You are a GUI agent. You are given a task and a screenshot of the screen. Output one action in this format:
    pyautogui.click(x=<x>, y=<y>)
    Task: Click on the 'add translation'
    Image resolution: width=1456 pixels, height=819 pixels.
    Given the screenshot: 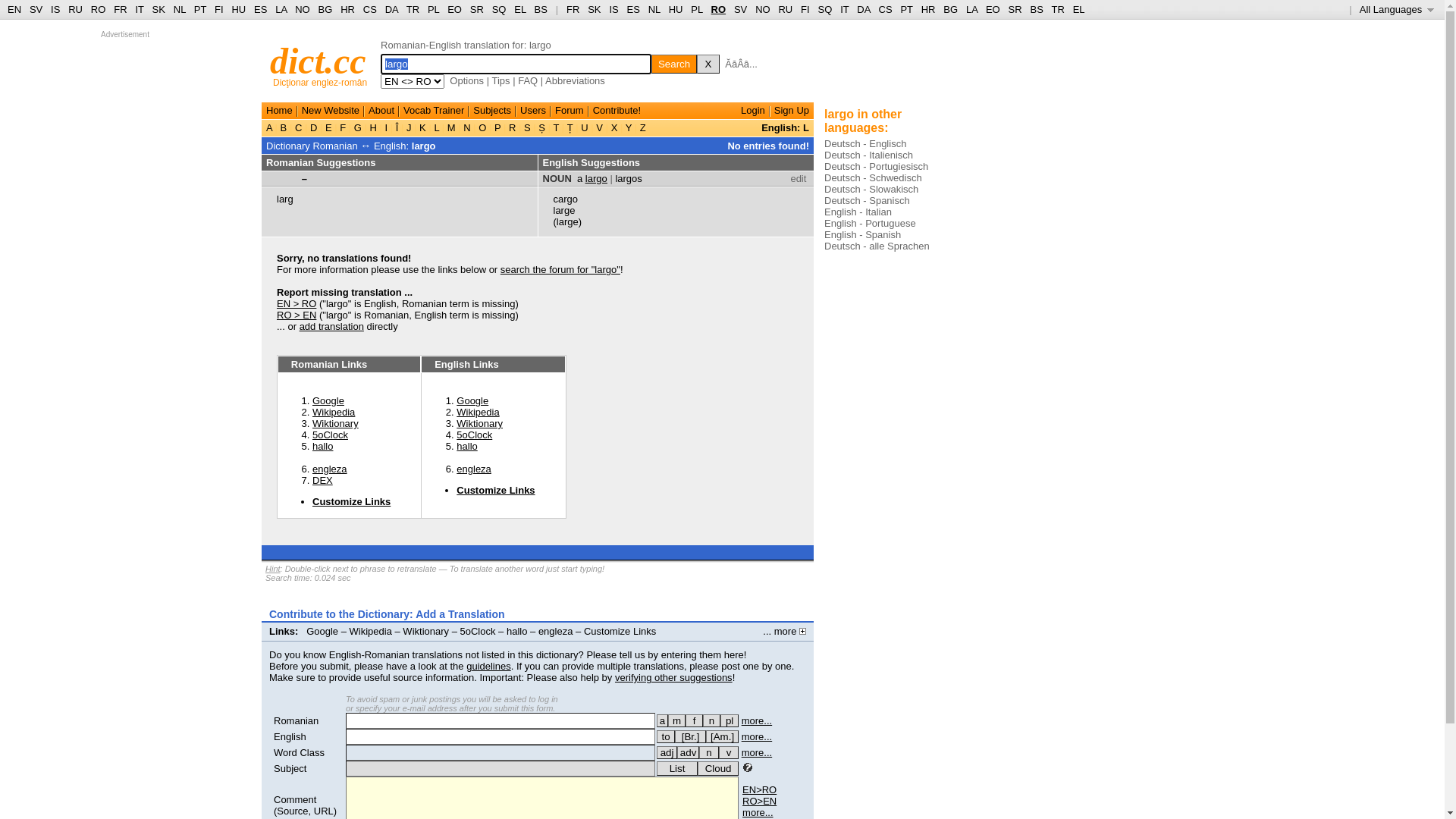 What is the action you would take?
    pyautogui.click(x=299, y=325)
    